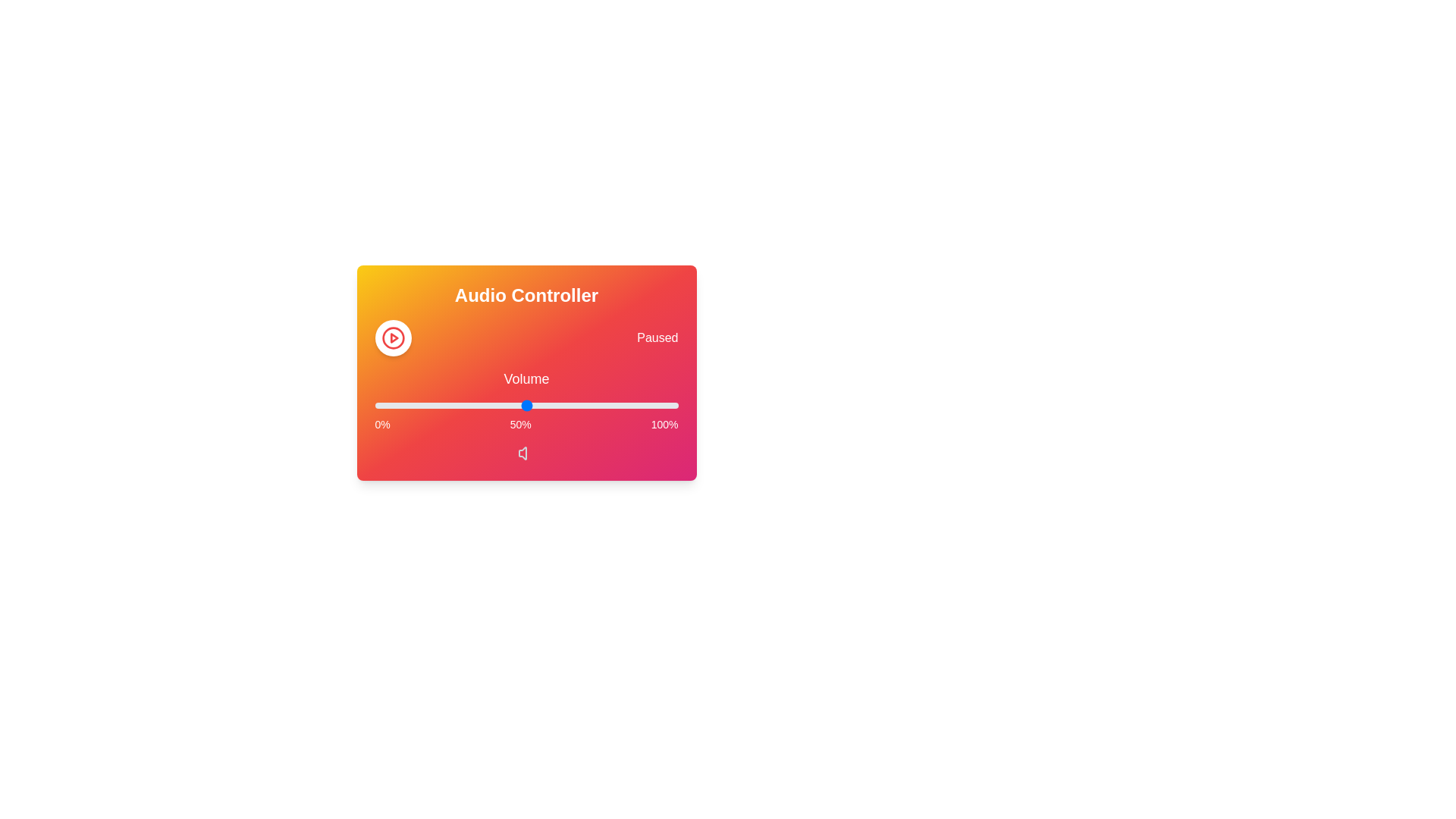  What do you see at coordinates (402, 405) in the screenshot?
I see `the volume slider to 9%` at bounding box center [402, 405].